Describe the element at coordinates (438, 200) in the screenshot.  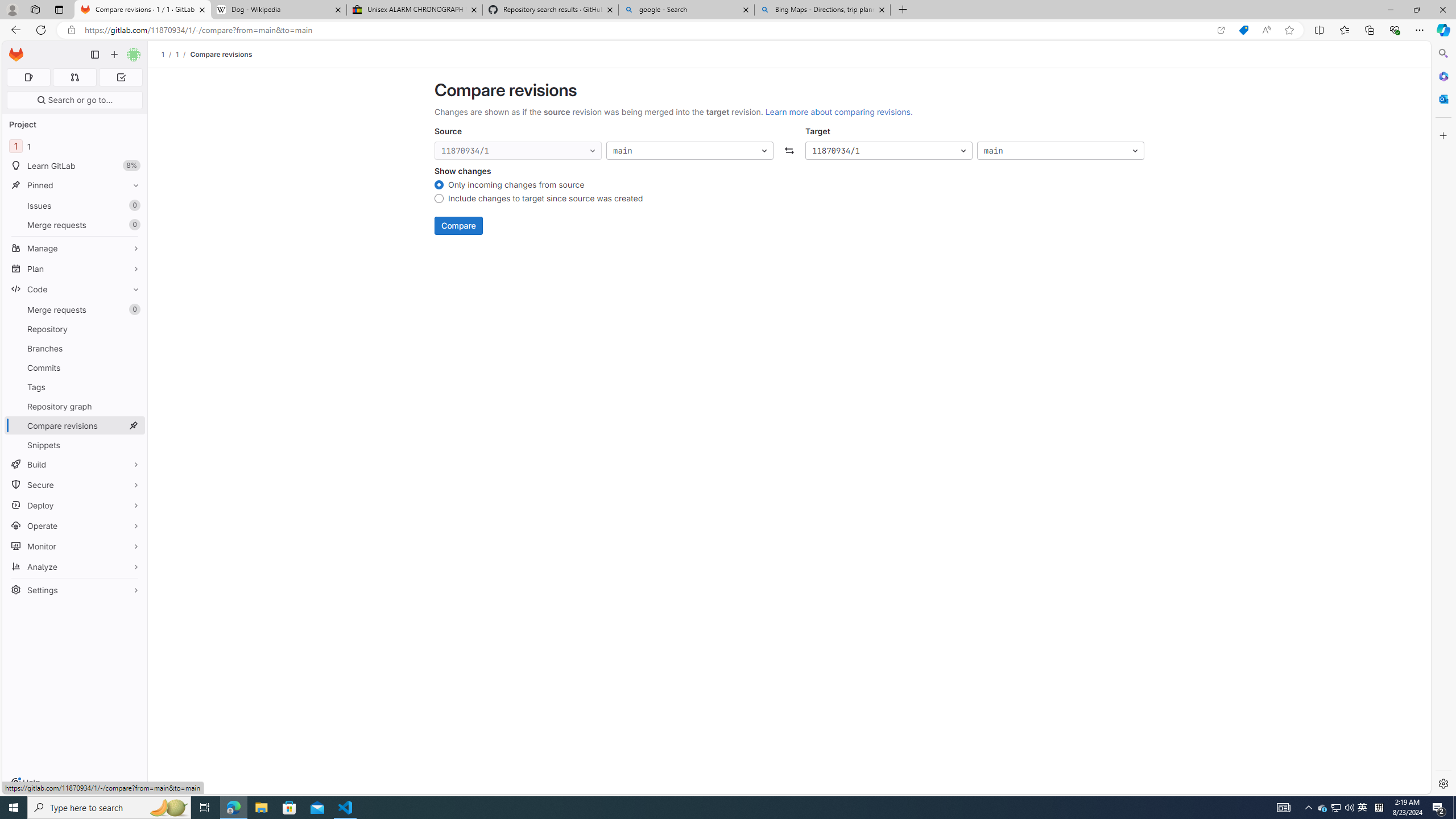
I see `'Include changes to target since source was created'` at that location.